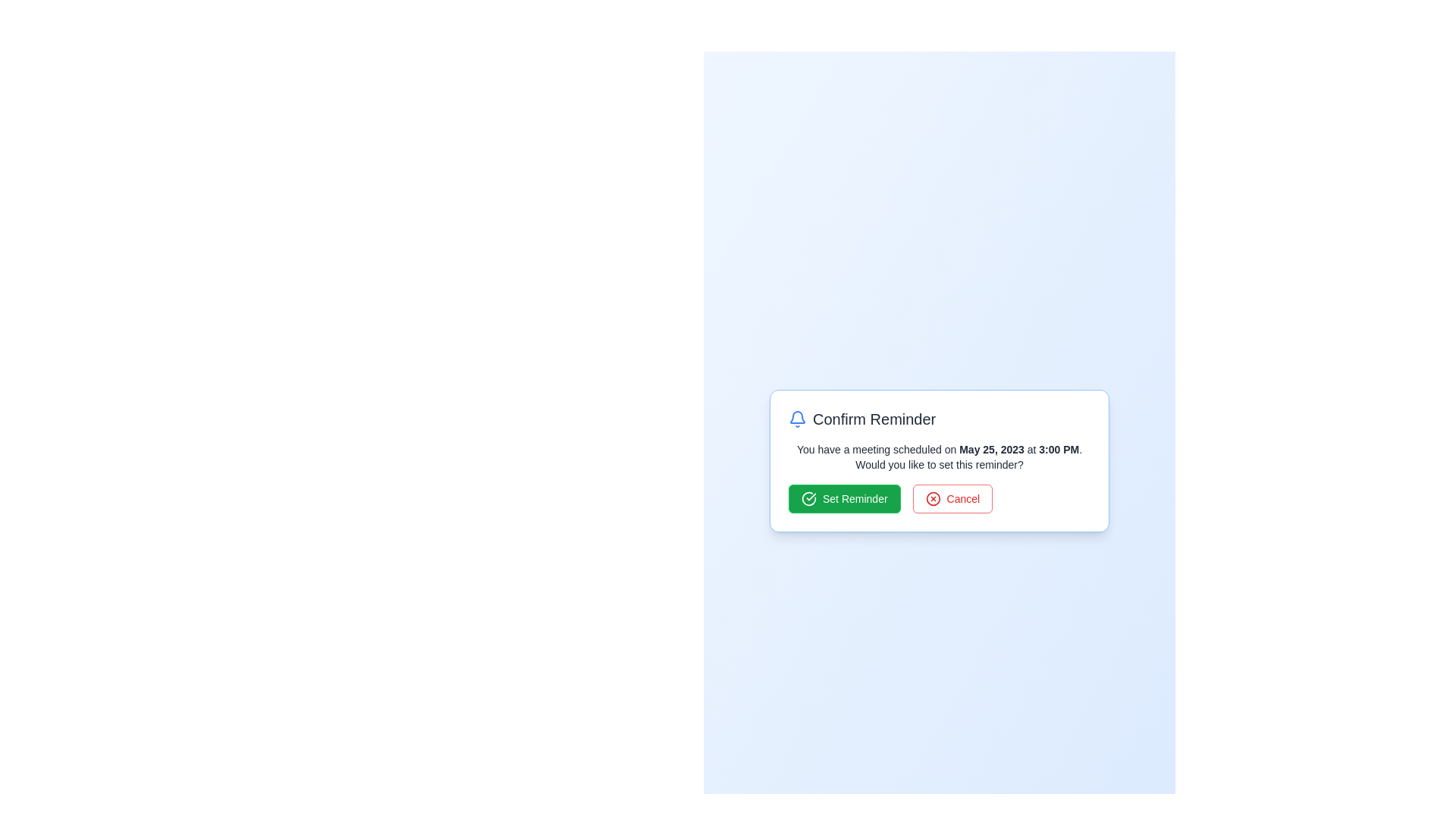  What do you see at coordinates (796, 419) in the screenshot?
I see `the notification icon located to the far left of the 'Confirm Reminder' section, above the accompanying text and to the left of the title text` at bounding box center [796, 419].